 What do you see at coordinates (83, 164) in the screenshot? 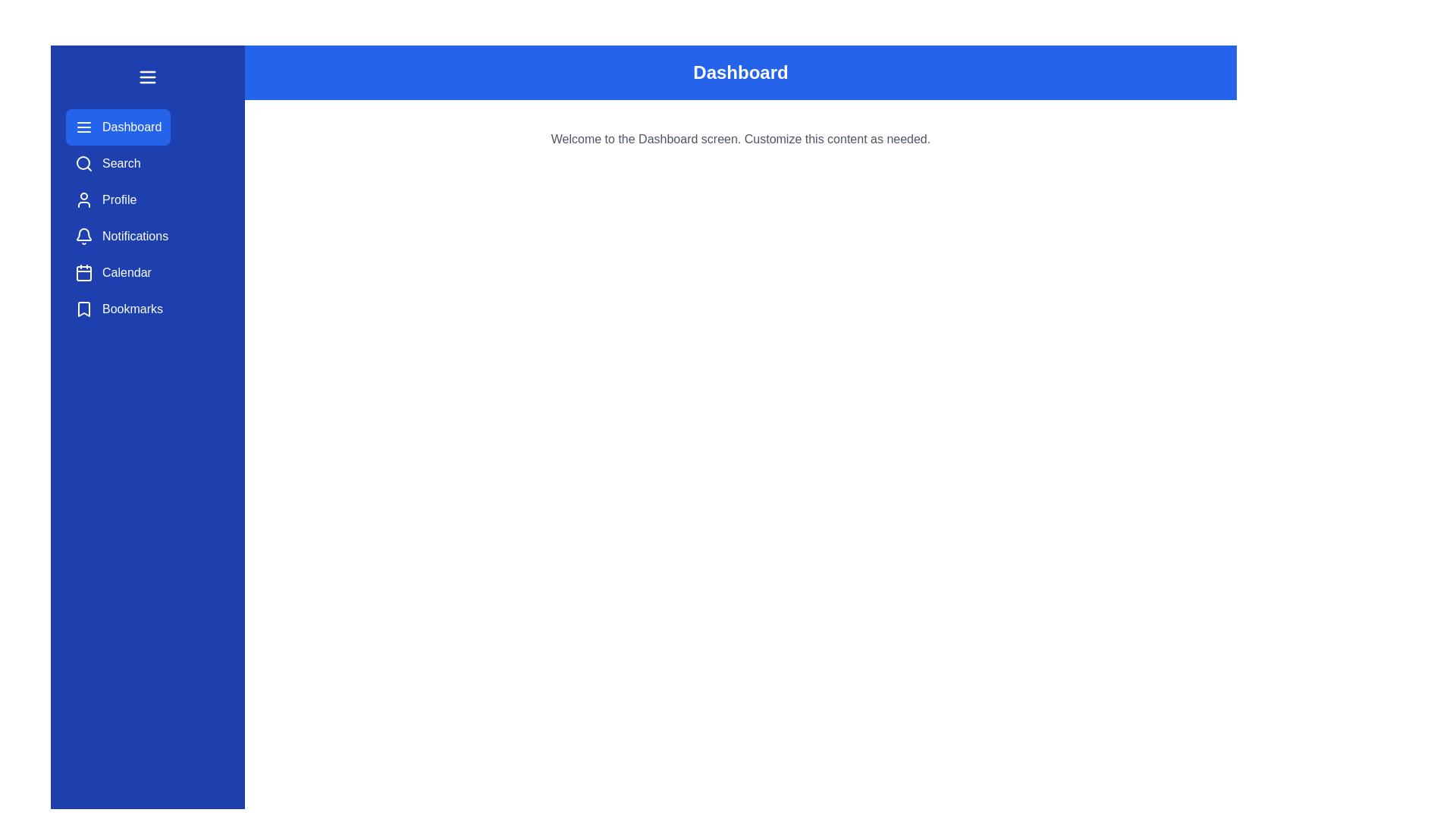
I see `the search icon located in the second item of the vertical sidebar navigation menu, adjacent to the 'Search' text label` at bounding box center [83, 164].